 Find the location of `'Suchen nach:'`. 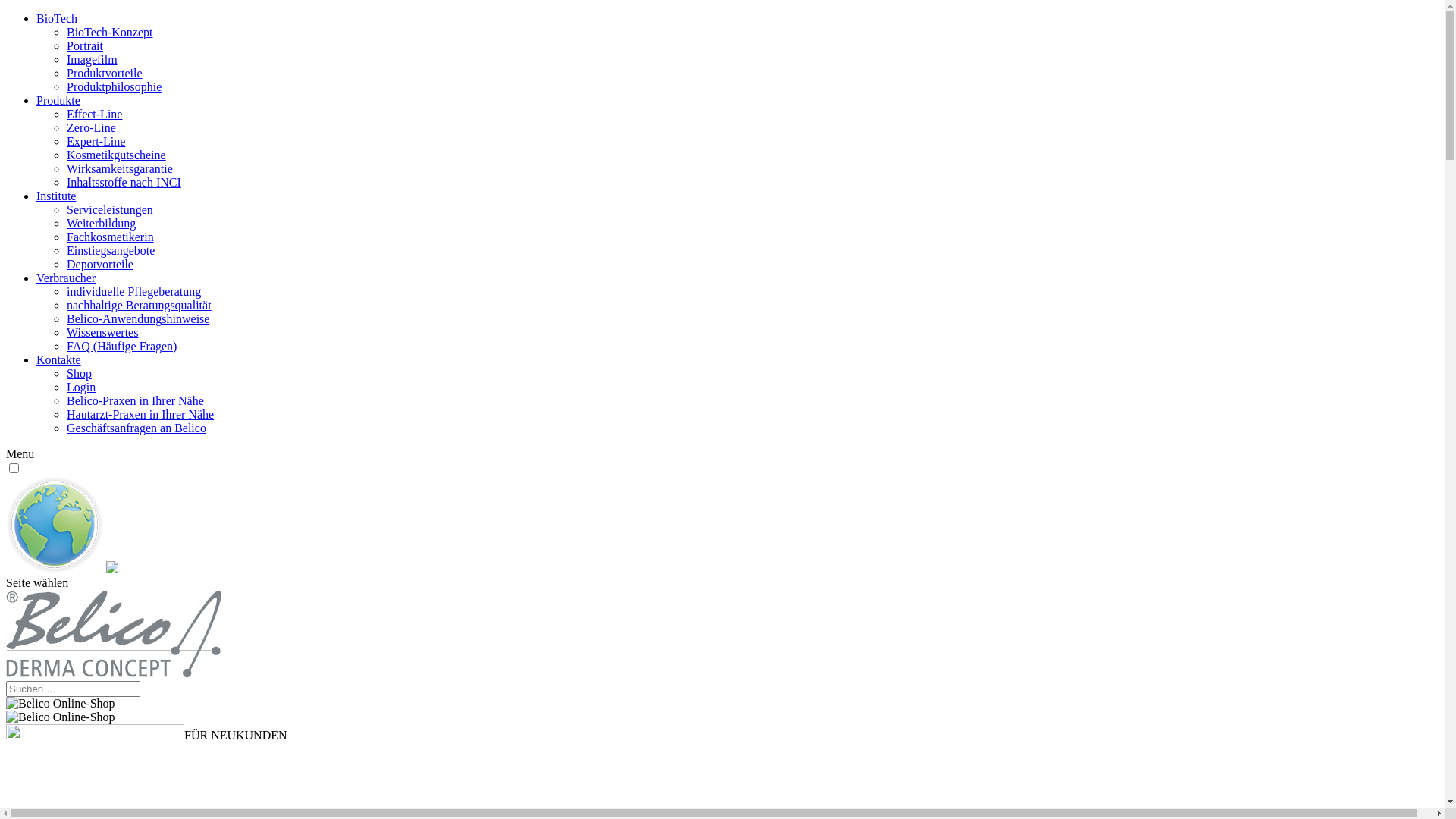

'Suchen nach:' is located at coordinates (72, 689).